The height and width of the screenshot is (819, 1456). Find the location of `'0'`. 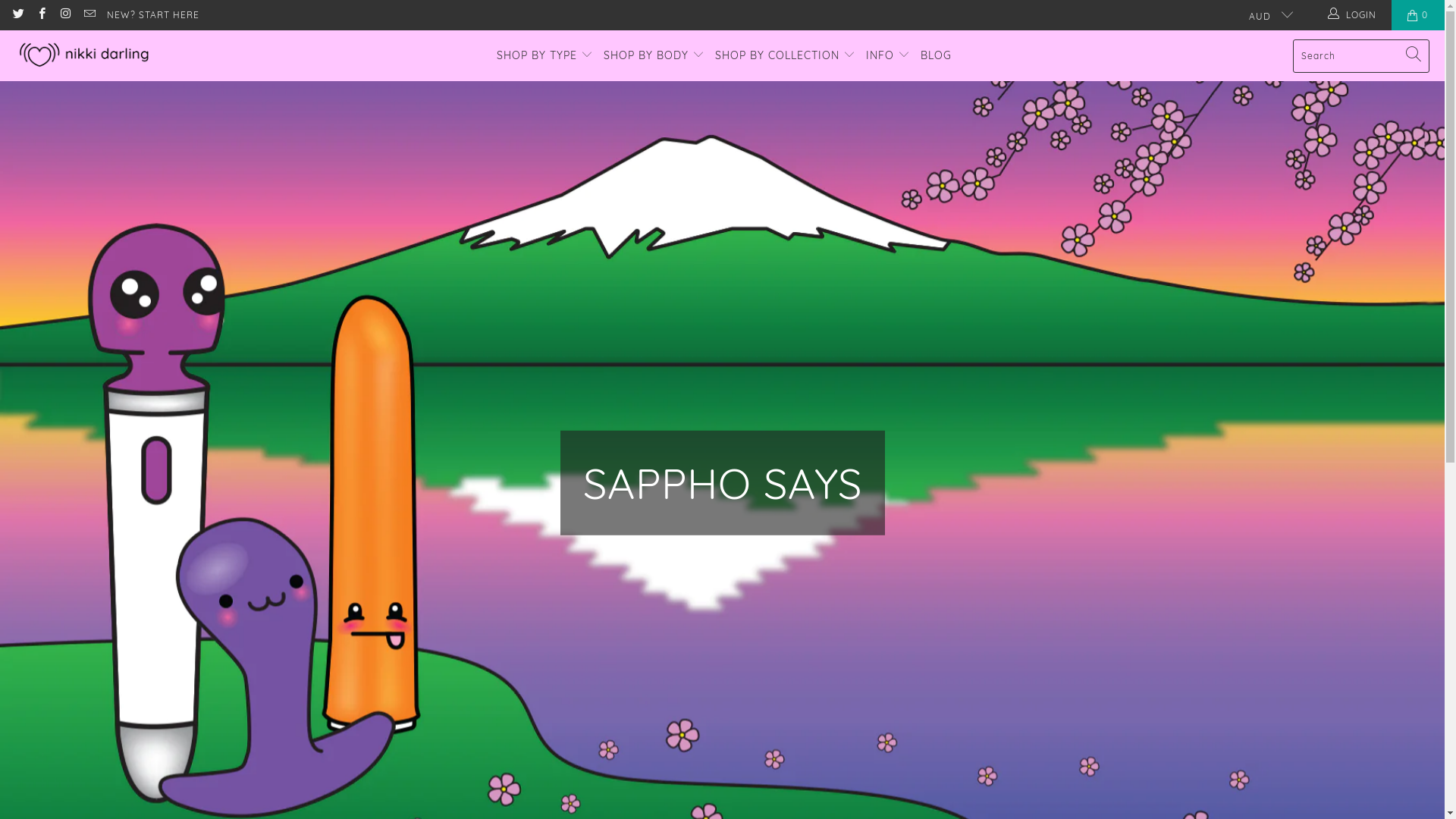

'0' is located at coordinates (1417, 14).